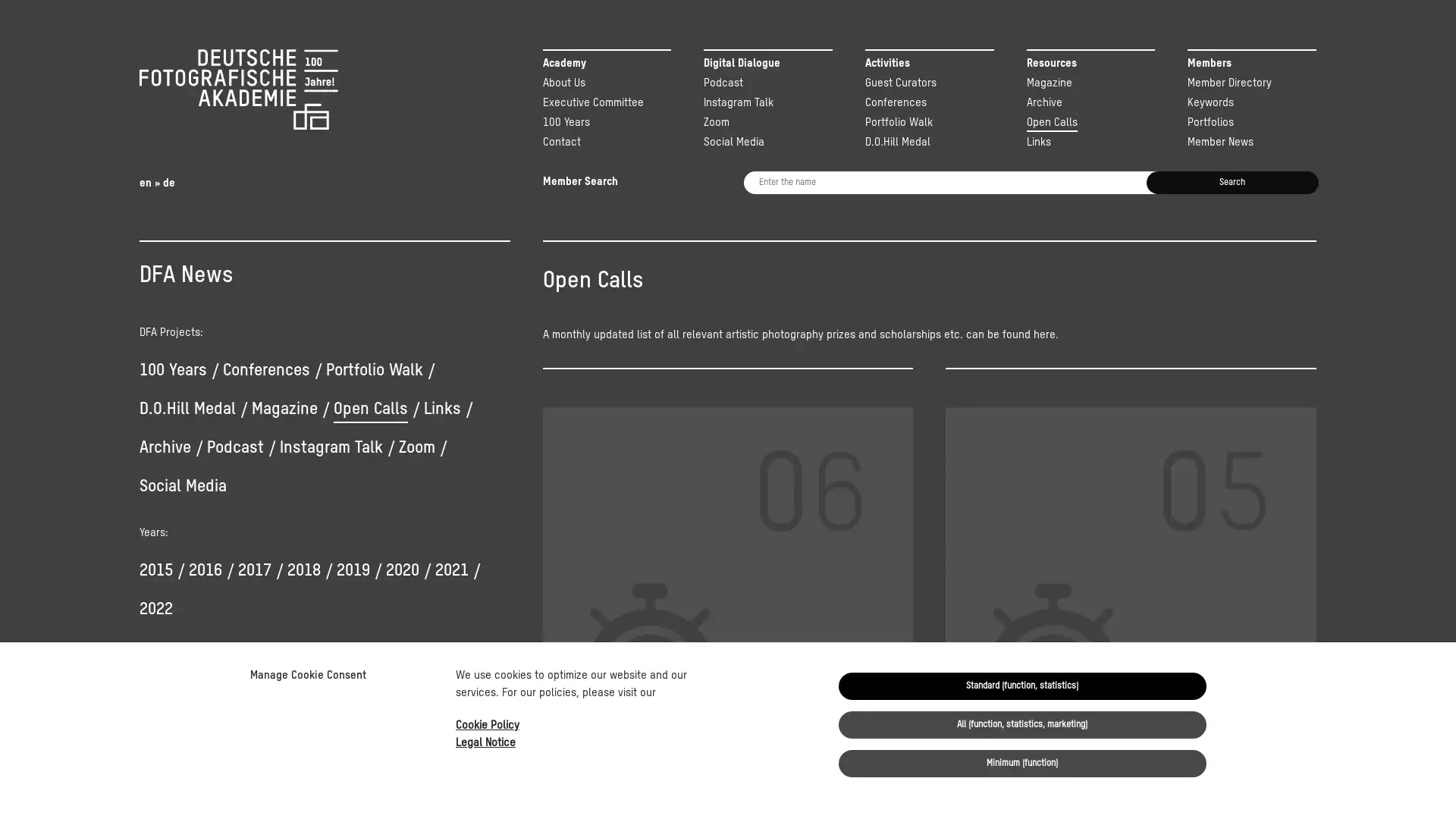  I want to click on Magazine, so click(284, 409).